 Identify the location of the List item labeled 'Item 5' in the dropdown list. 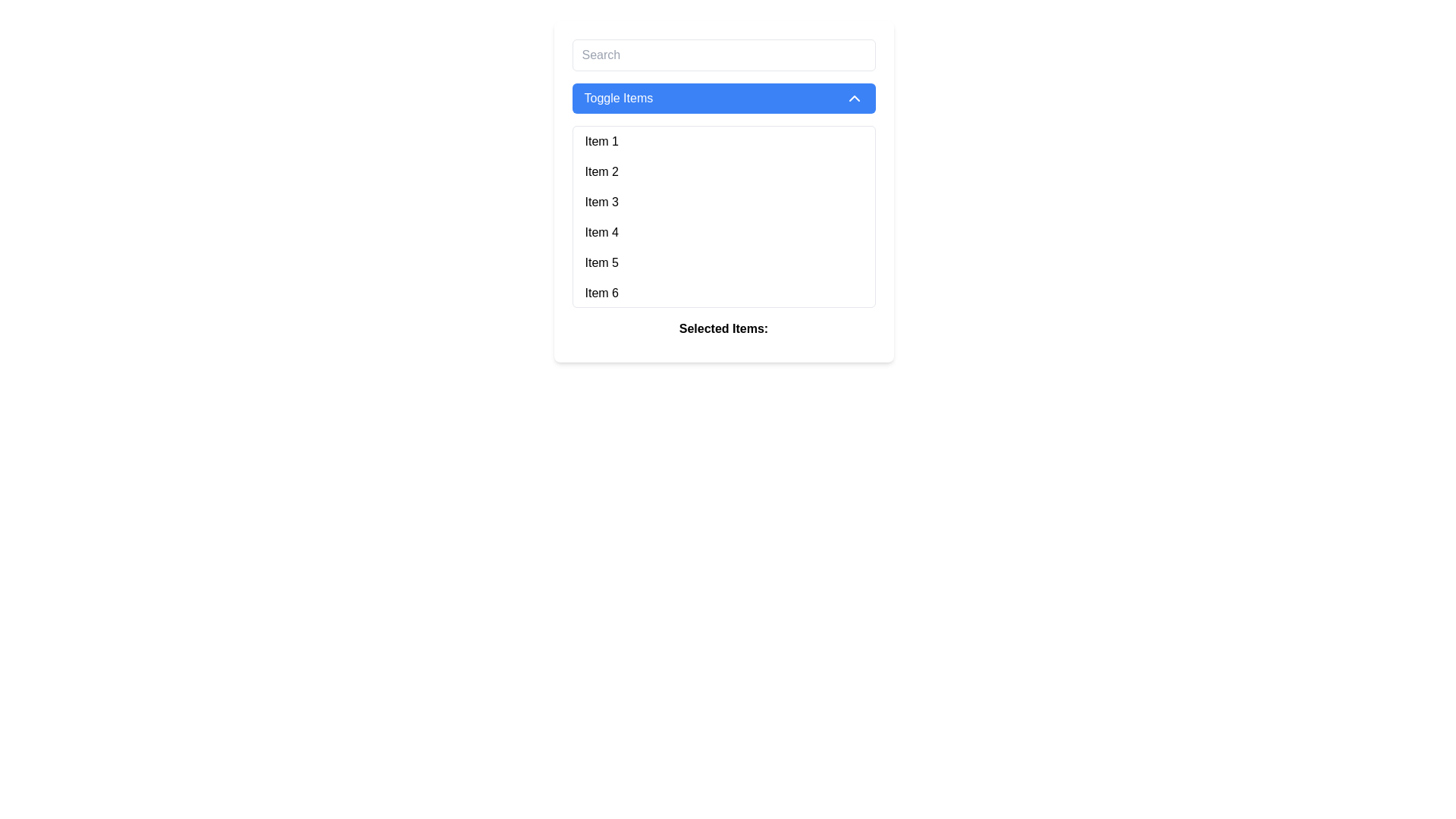
(723, 262).